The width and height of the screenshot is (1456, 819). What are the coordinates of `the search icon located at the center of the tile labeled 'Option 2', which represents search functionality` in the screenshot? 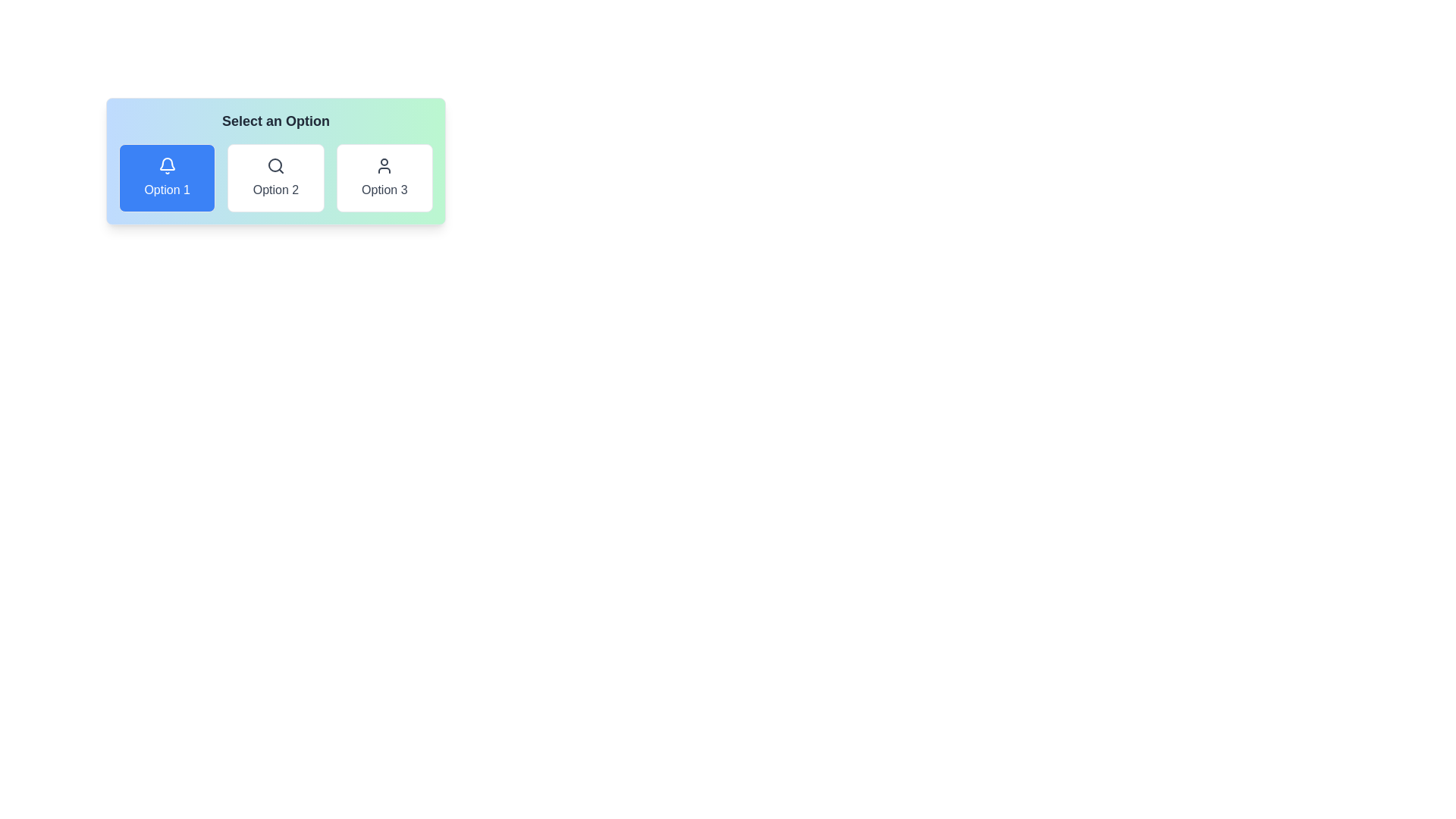 It's located at (276, 166).